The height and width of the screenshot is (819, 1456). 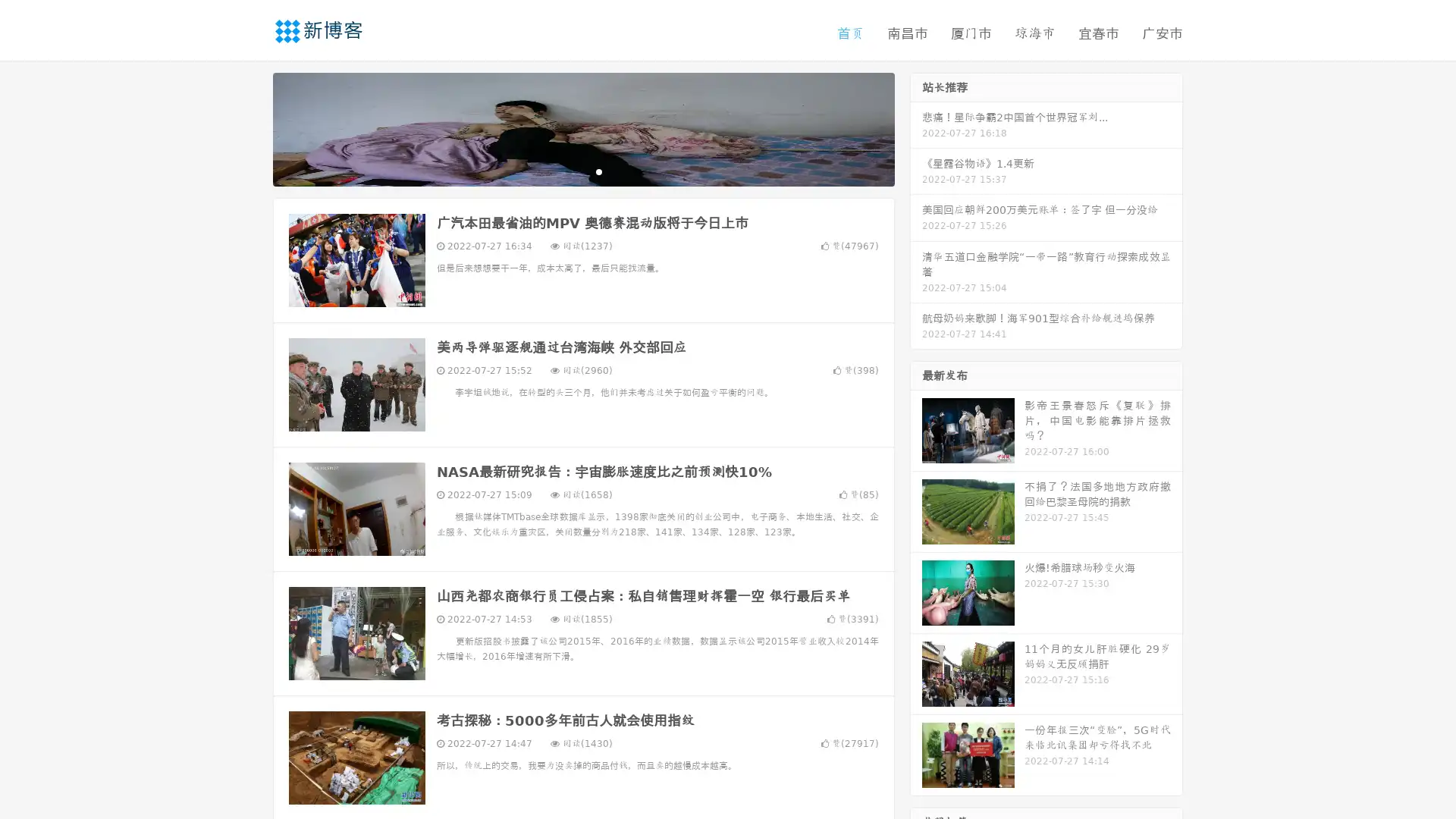 I want to click on Previous slide, so click(x=250, y=127).